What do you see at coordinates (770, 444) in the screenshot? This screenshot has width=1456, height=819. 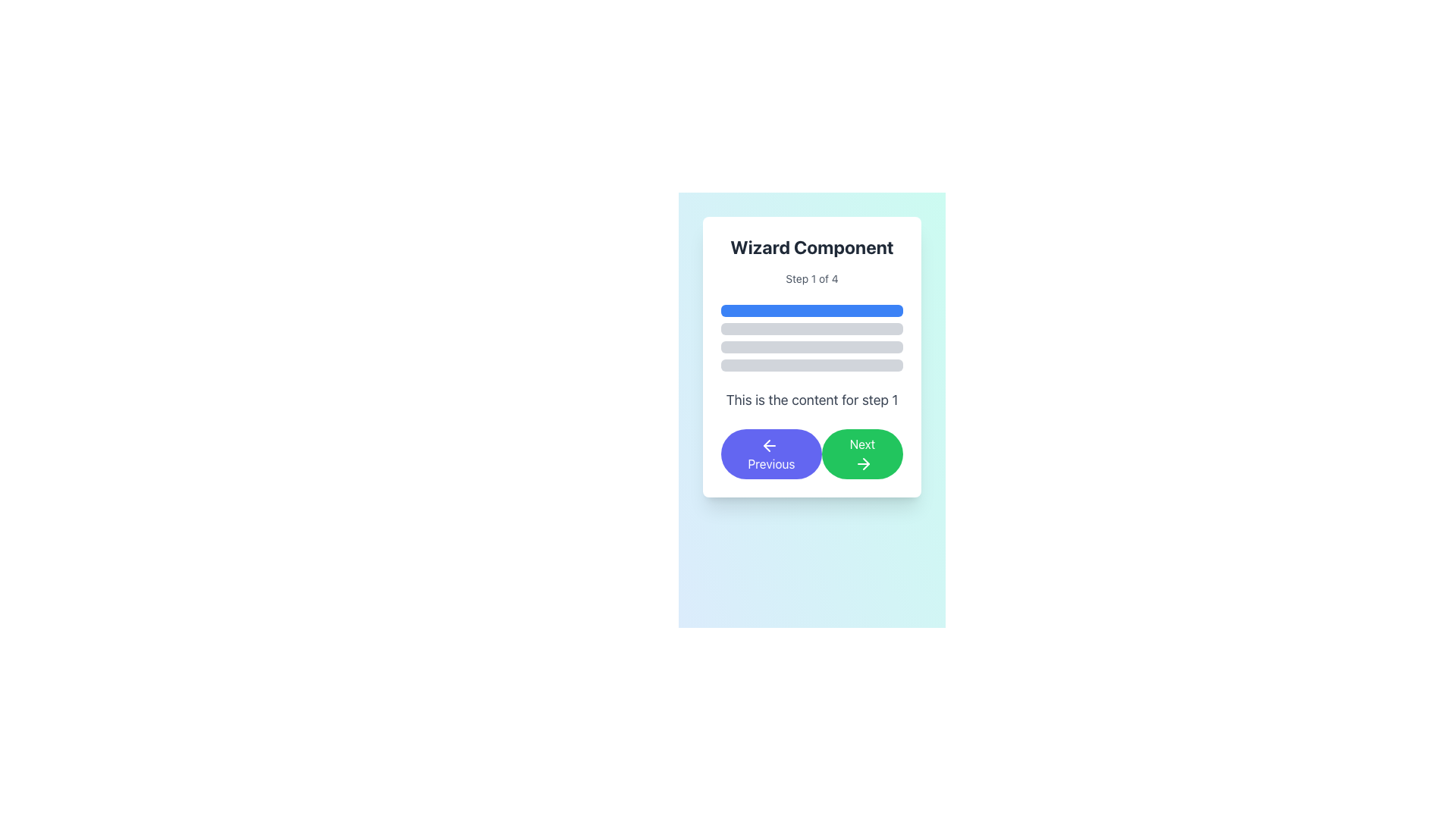 I see `the left-pointing arrow icon inside the 'Previous' button` at bounding box center [770, 444].